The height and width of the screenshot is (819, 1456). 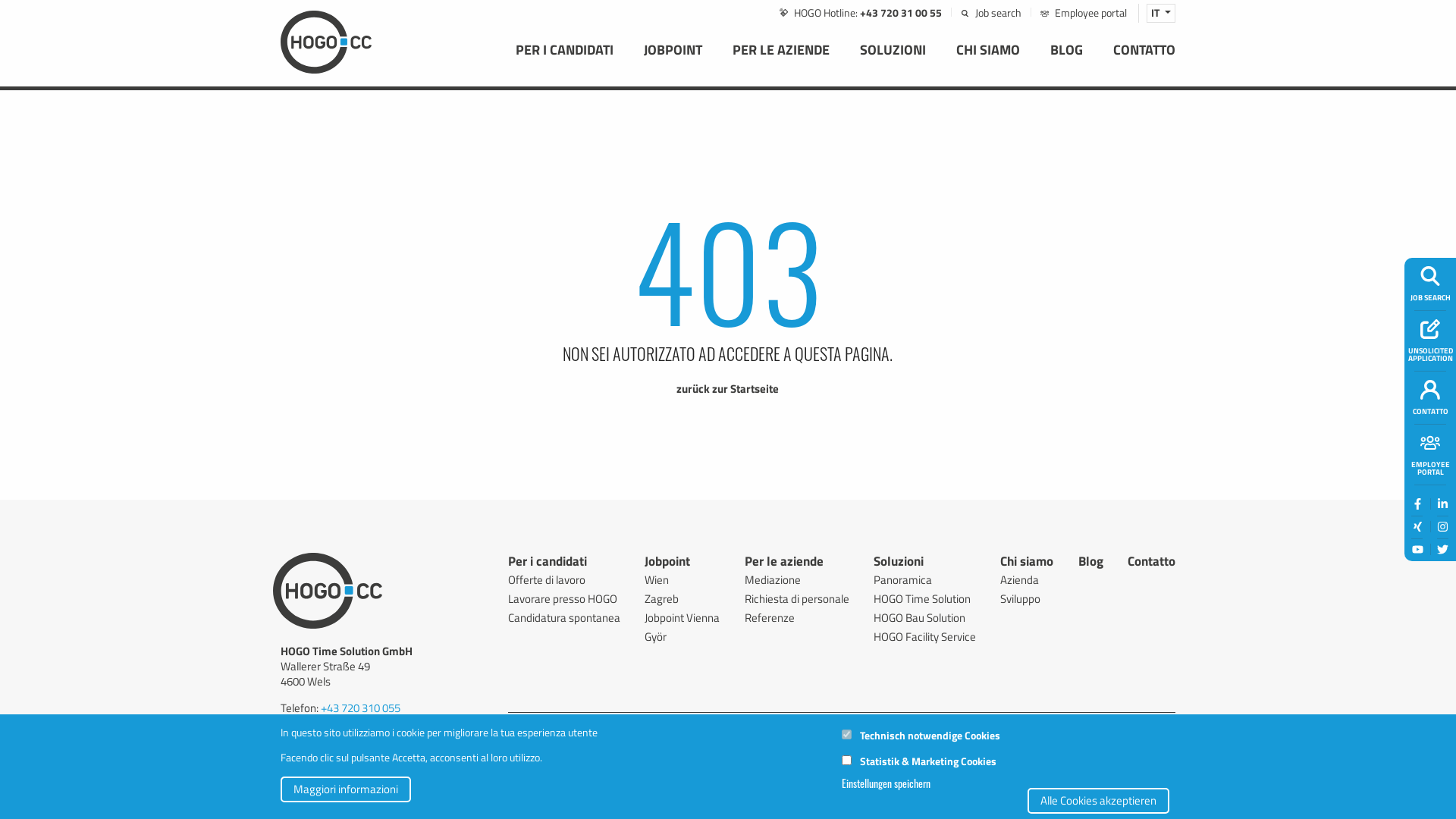 What do you see at coordinates (1417, 504) in the screenshot?
I see `'Facebook'` at bounding box center [1417, 504].